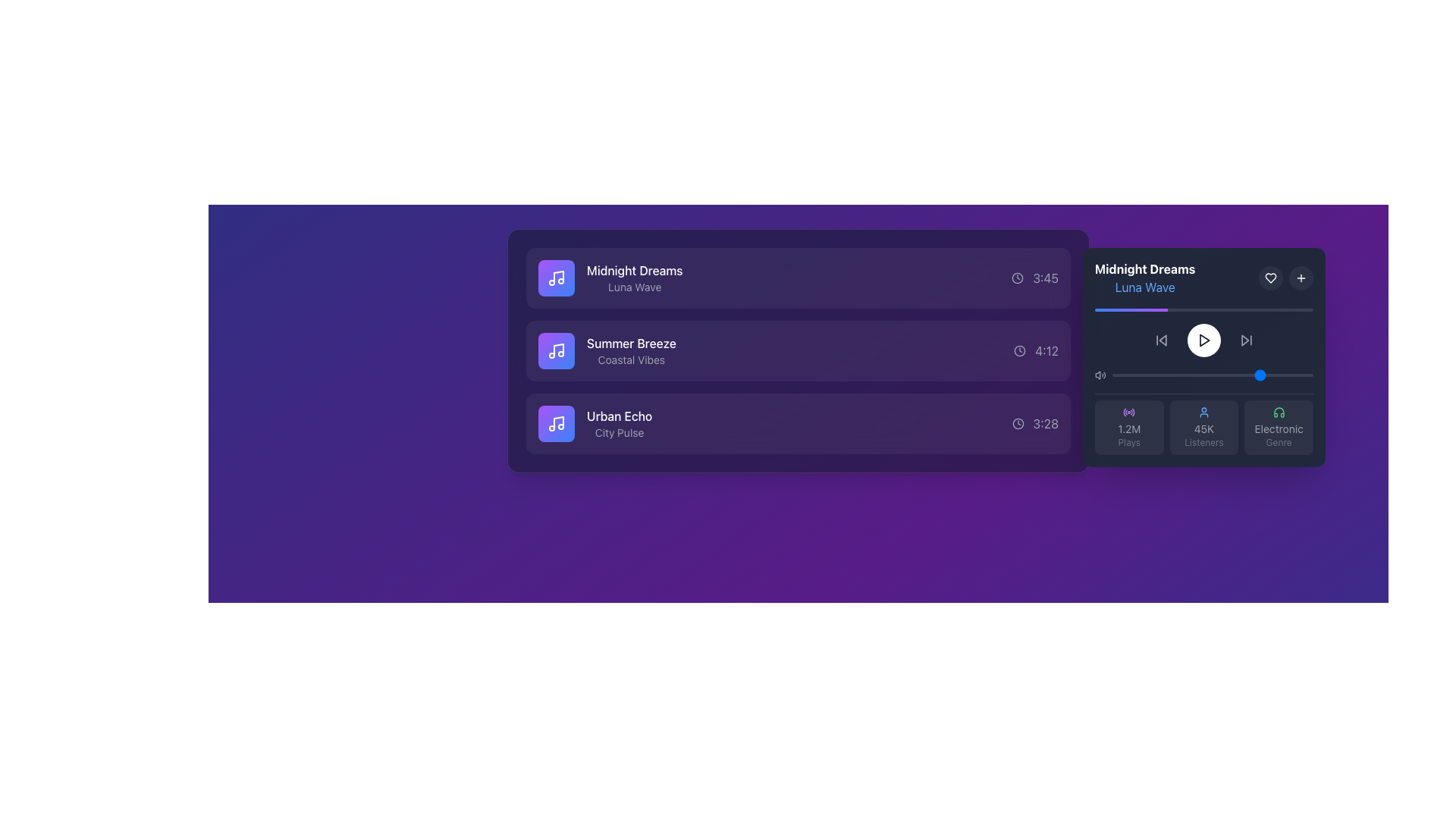 This screenshot has height=819, width=1456. I want to click on the skip-forward button located on the right side of the player control panel, adjacent to the play button, to allow for keyboard interaction, so click(1246, 339).